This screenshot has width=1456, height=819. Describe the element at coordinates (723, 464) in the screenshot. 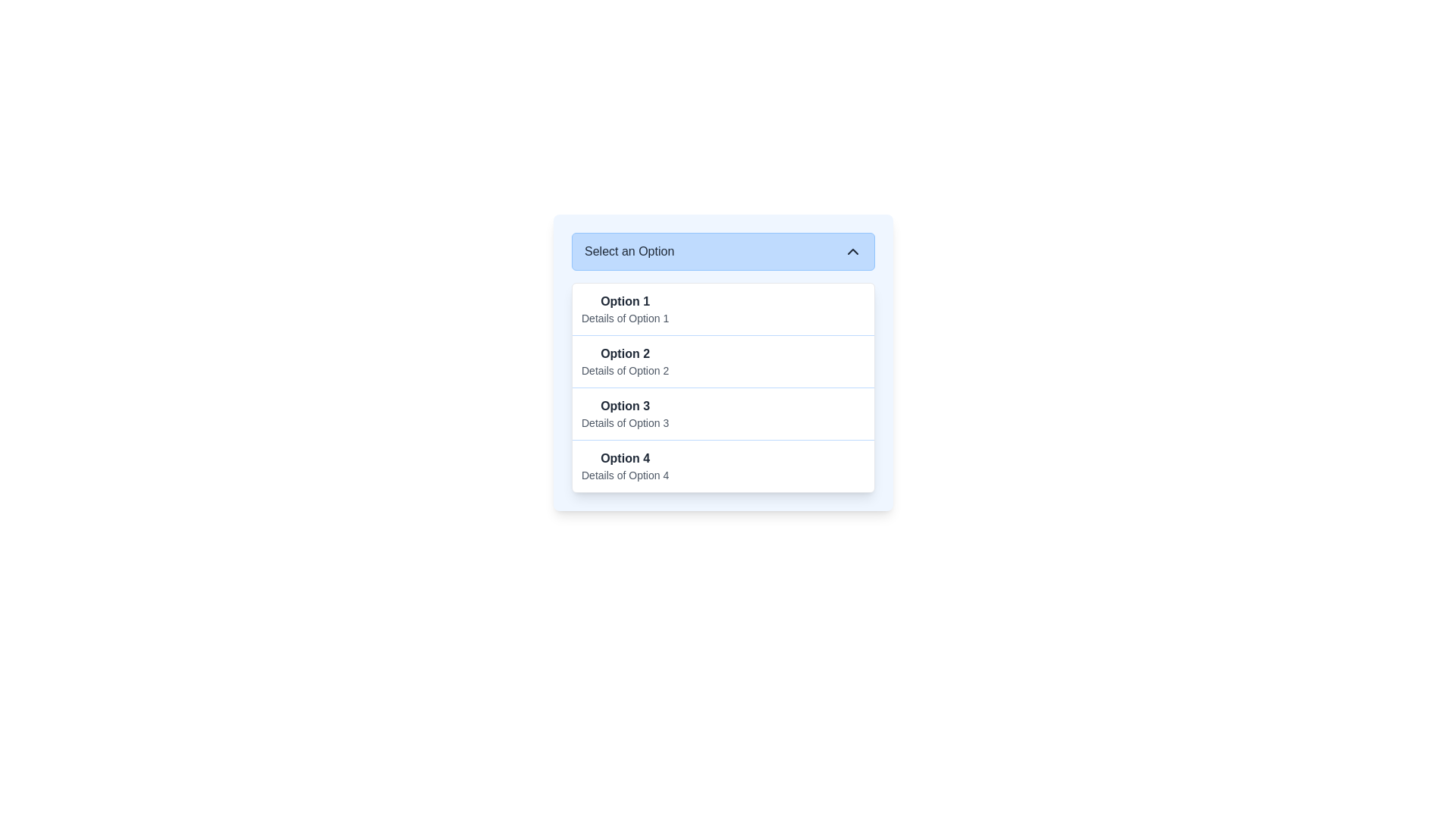

I see `the list item for 'Option 4' located at the bottom of the dropdown menu beneath 'Option 3'` at that location.